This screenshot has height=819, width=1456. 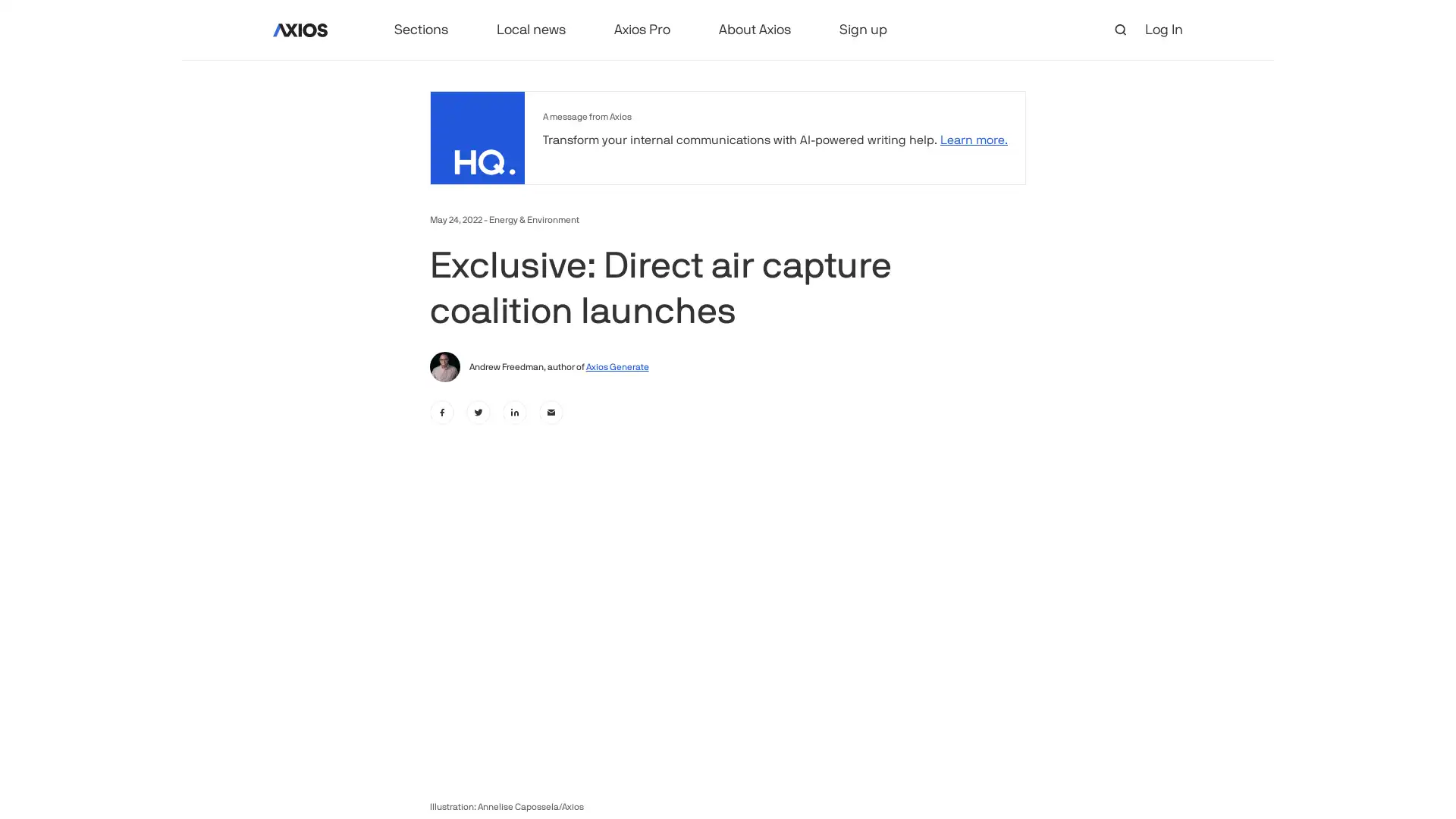 What do you see at coordinates (549, 412) in the screenshot?
I see `email` at bounding box center [549, 412].